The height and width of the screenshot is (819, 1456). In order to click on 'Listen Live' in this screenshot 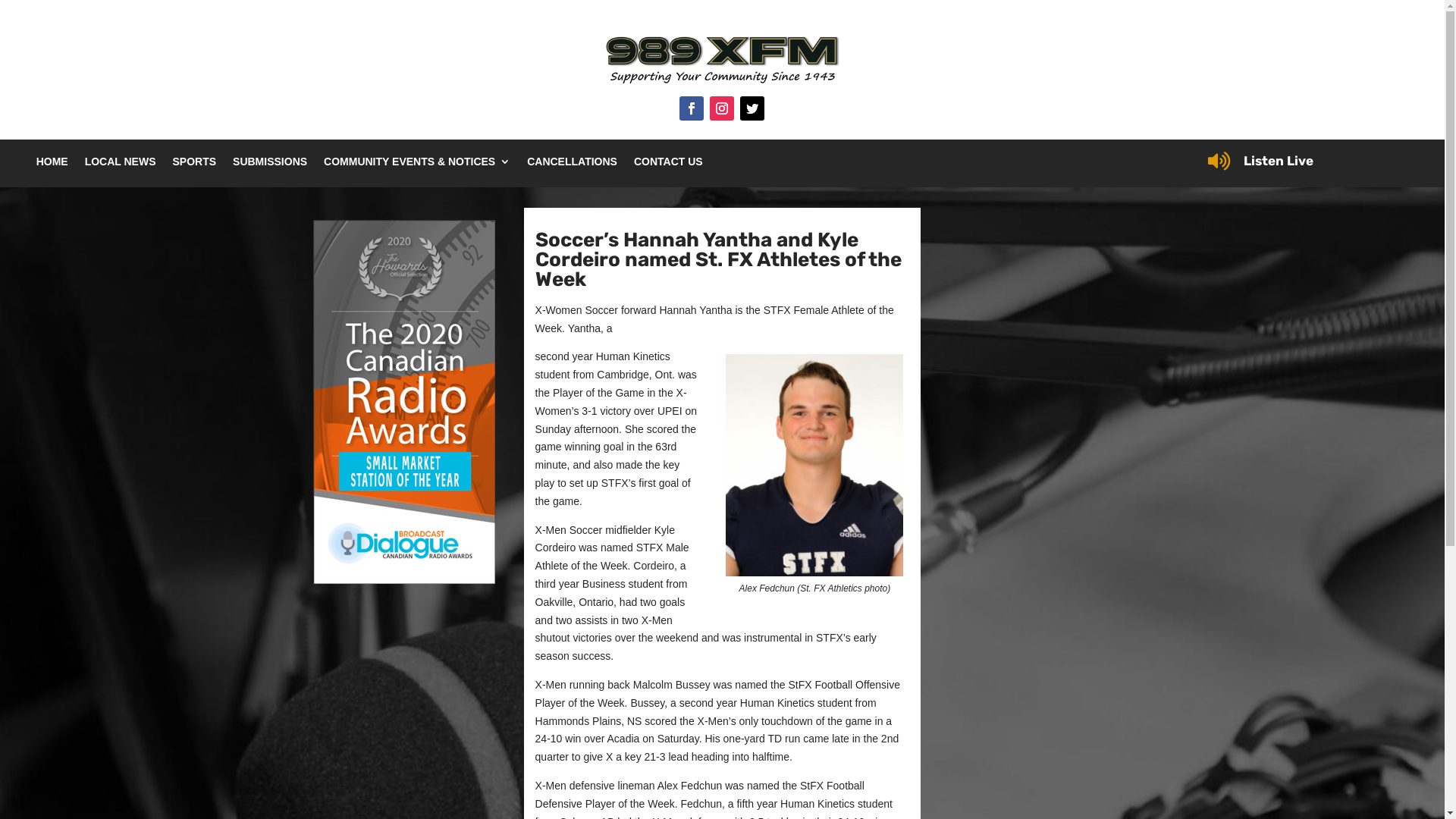, I will do `click(1244, 161)`.